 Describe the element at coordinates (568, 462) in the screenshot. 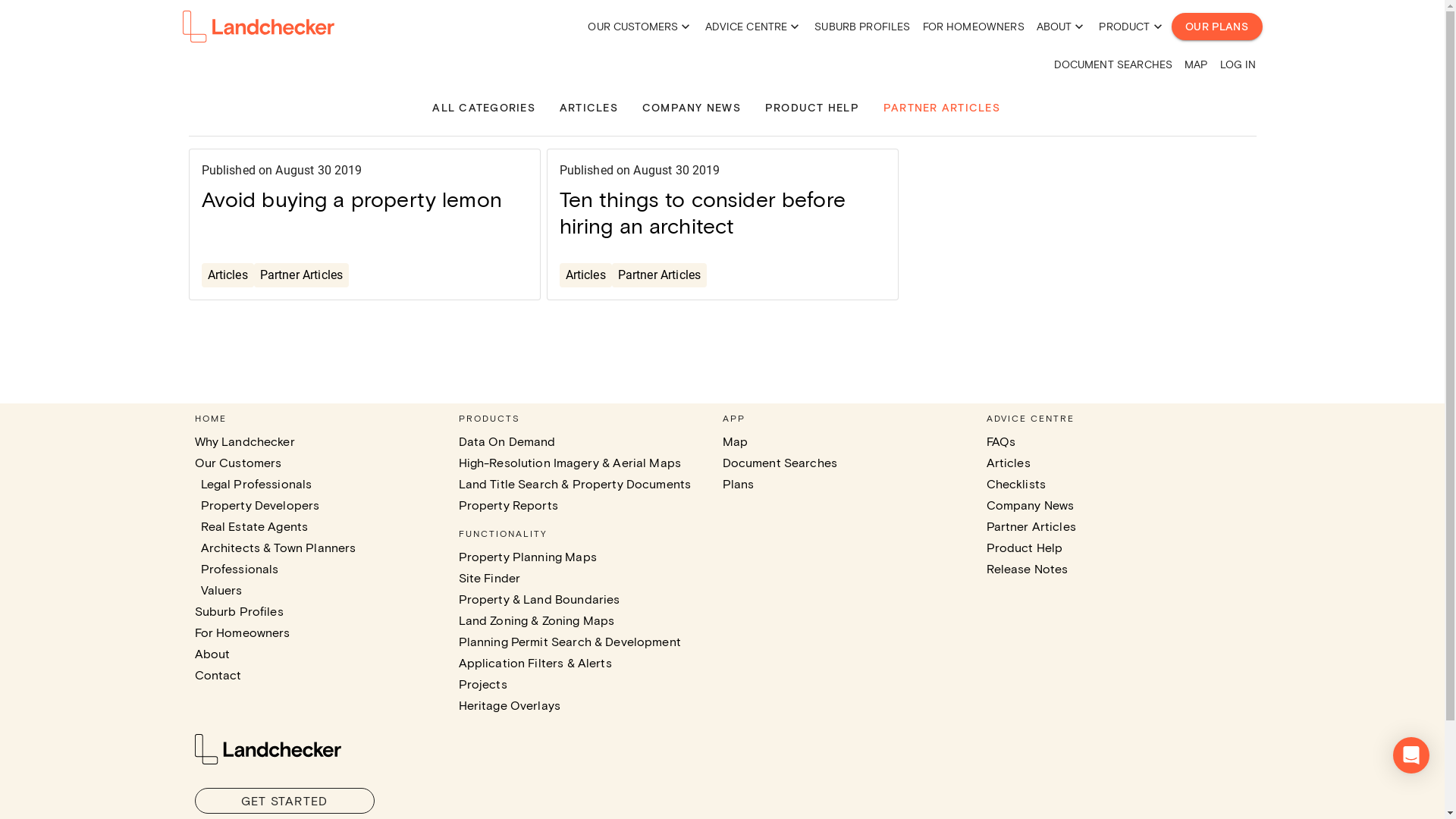

I see `'High-Resolution Imagery & Aerial Maps'` at that location.